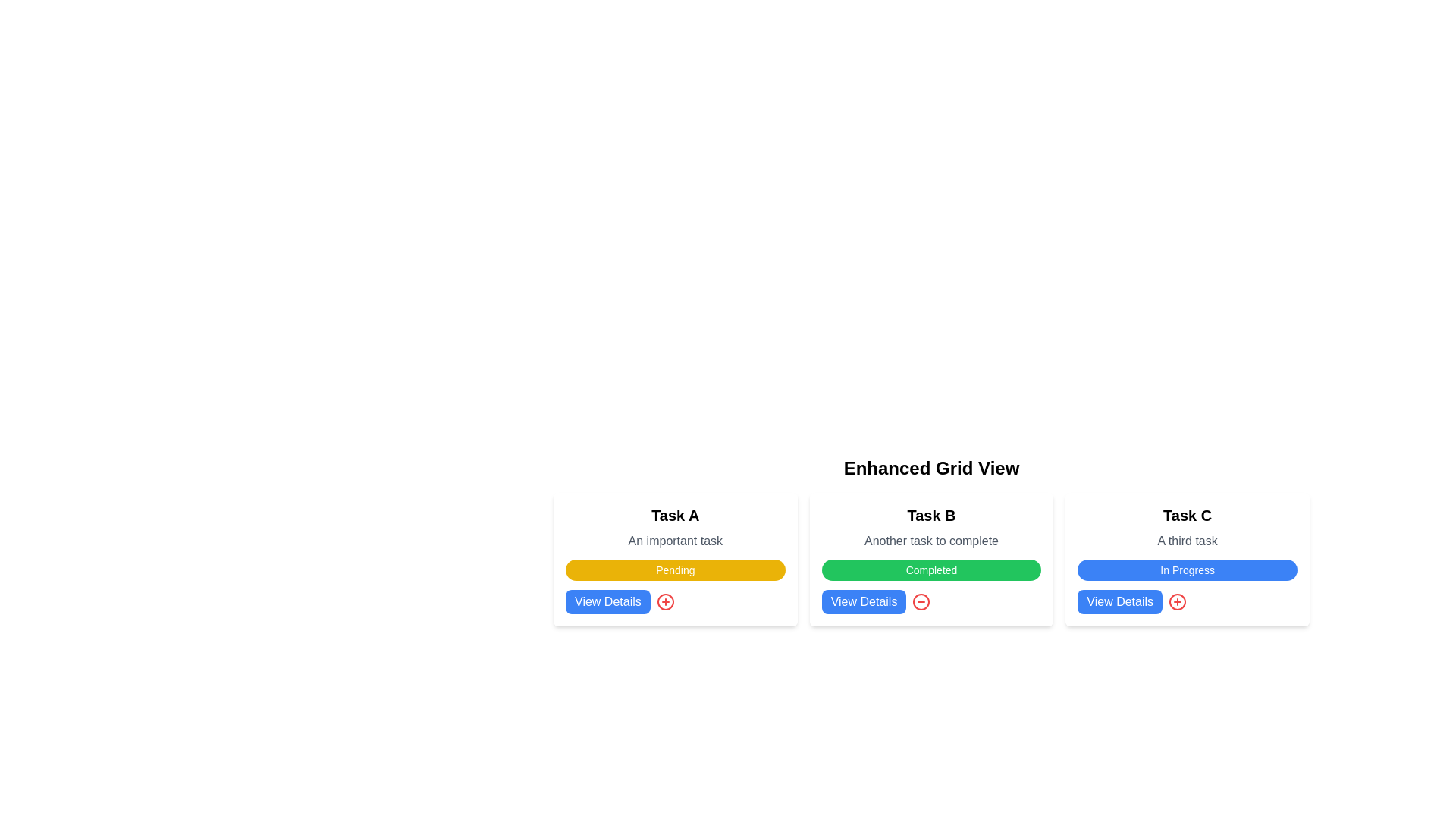 The height and width of the screenshot is (819, 1456). Describe the element at coordinates (674, 559) in the screenshot. I see `the Status Badge with a yellow background and 'Pending' text, located within the card labeled 'Task A', positioned below the task description` at that location.